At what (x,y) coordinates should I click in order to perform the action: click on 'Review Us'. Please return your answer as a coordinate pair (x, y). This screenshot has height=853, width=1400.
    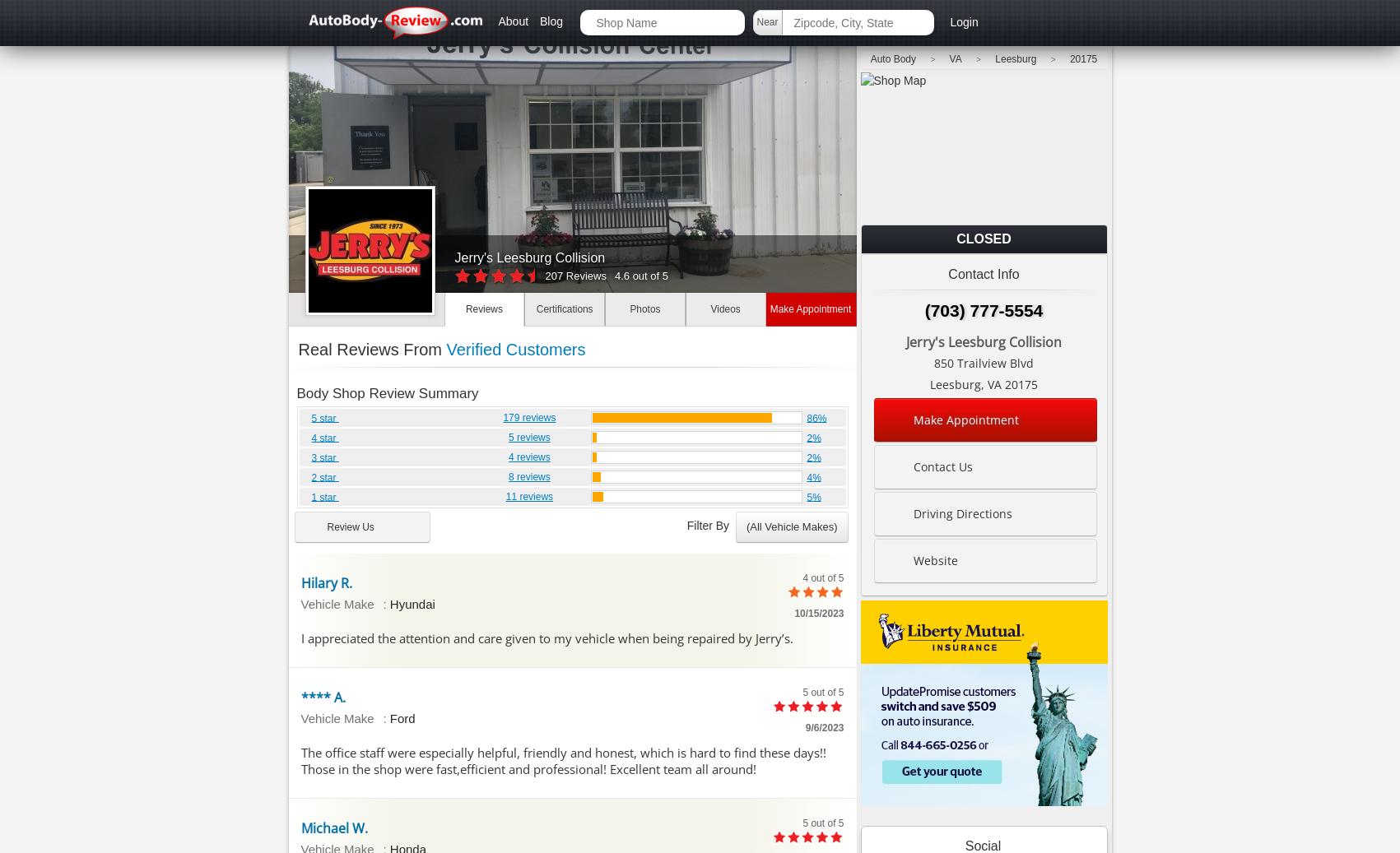
    Looking at the image, I should click on (349, 526).